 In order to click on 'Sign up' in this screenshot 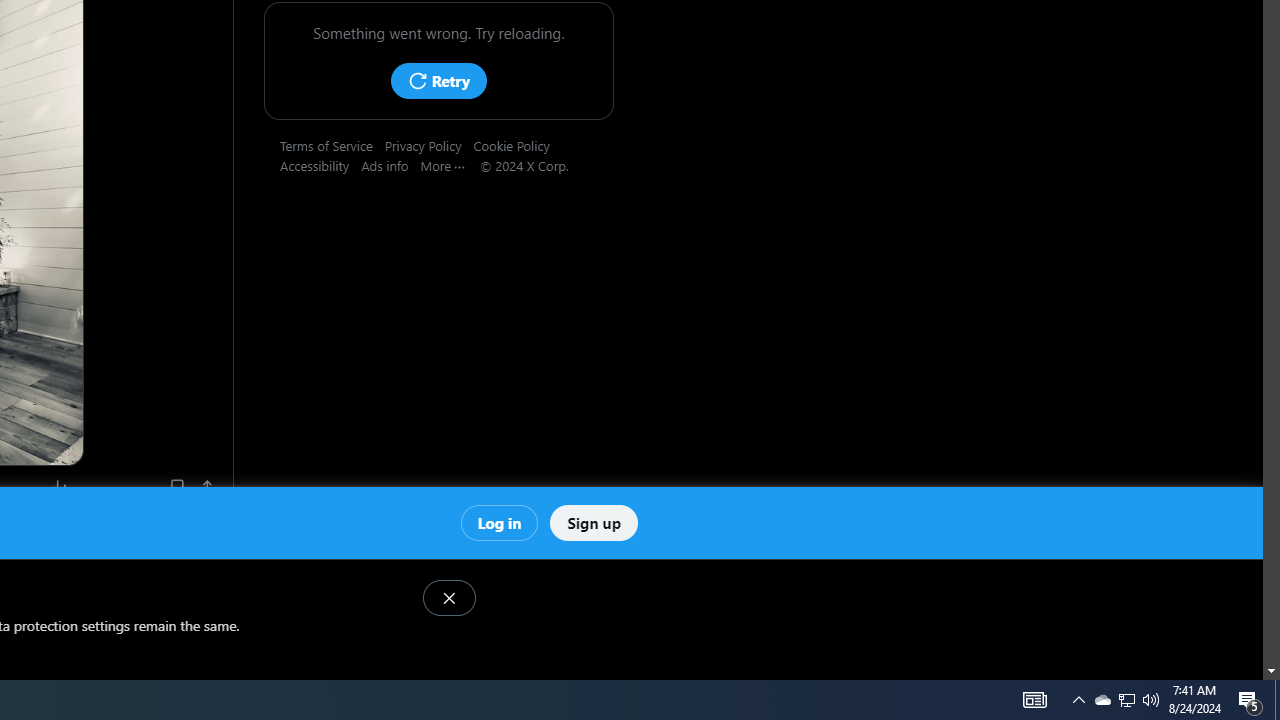, I will do `click(592, 521)`.